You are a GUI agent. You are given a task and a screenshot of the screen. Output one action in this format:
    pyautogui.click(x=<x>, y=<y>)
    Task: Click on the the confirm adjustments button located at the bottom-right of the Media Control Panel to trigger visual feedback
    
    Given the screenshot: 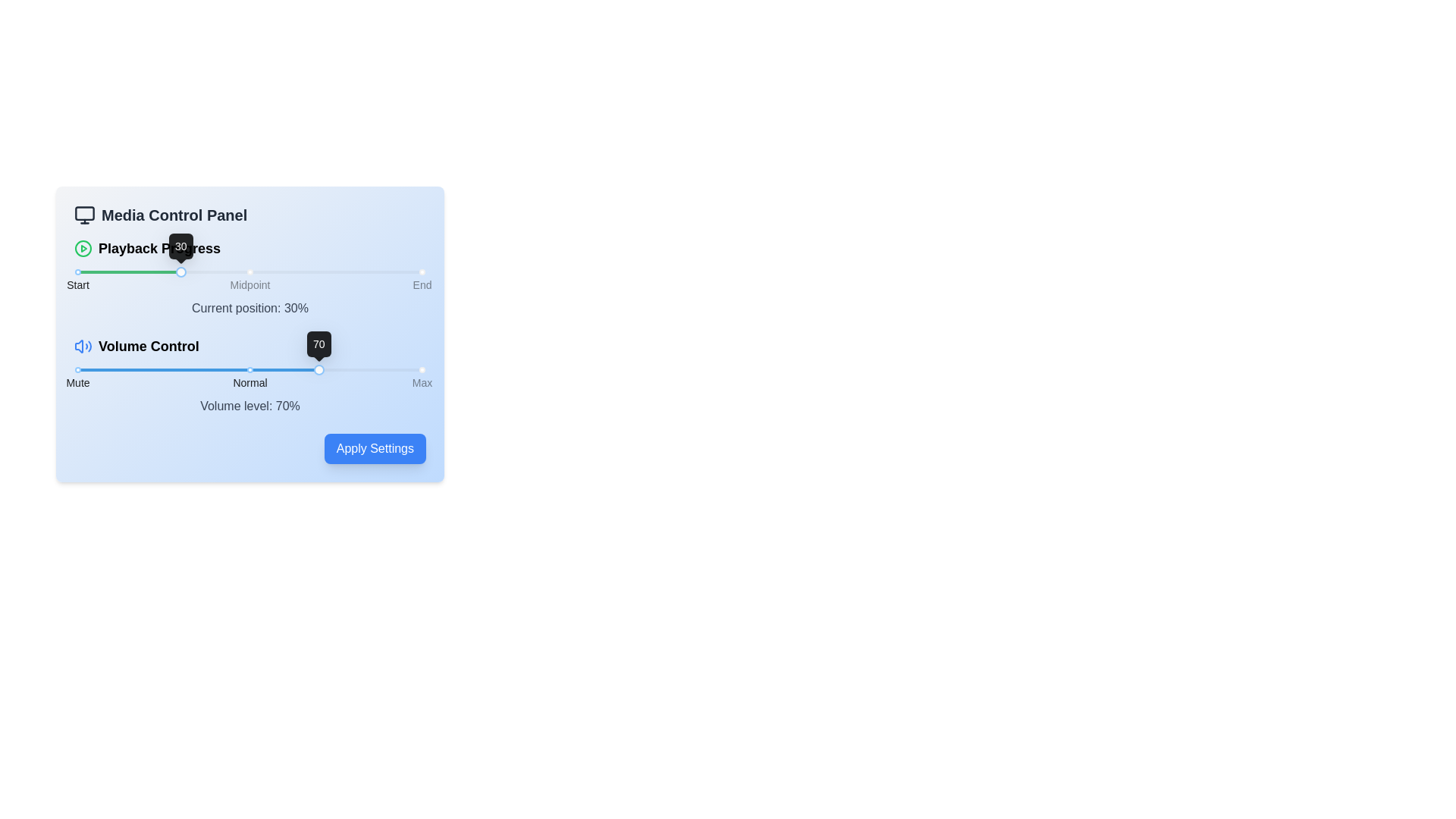 What is the action you would take?
    pyautogui.click(x=250, y=447)
    